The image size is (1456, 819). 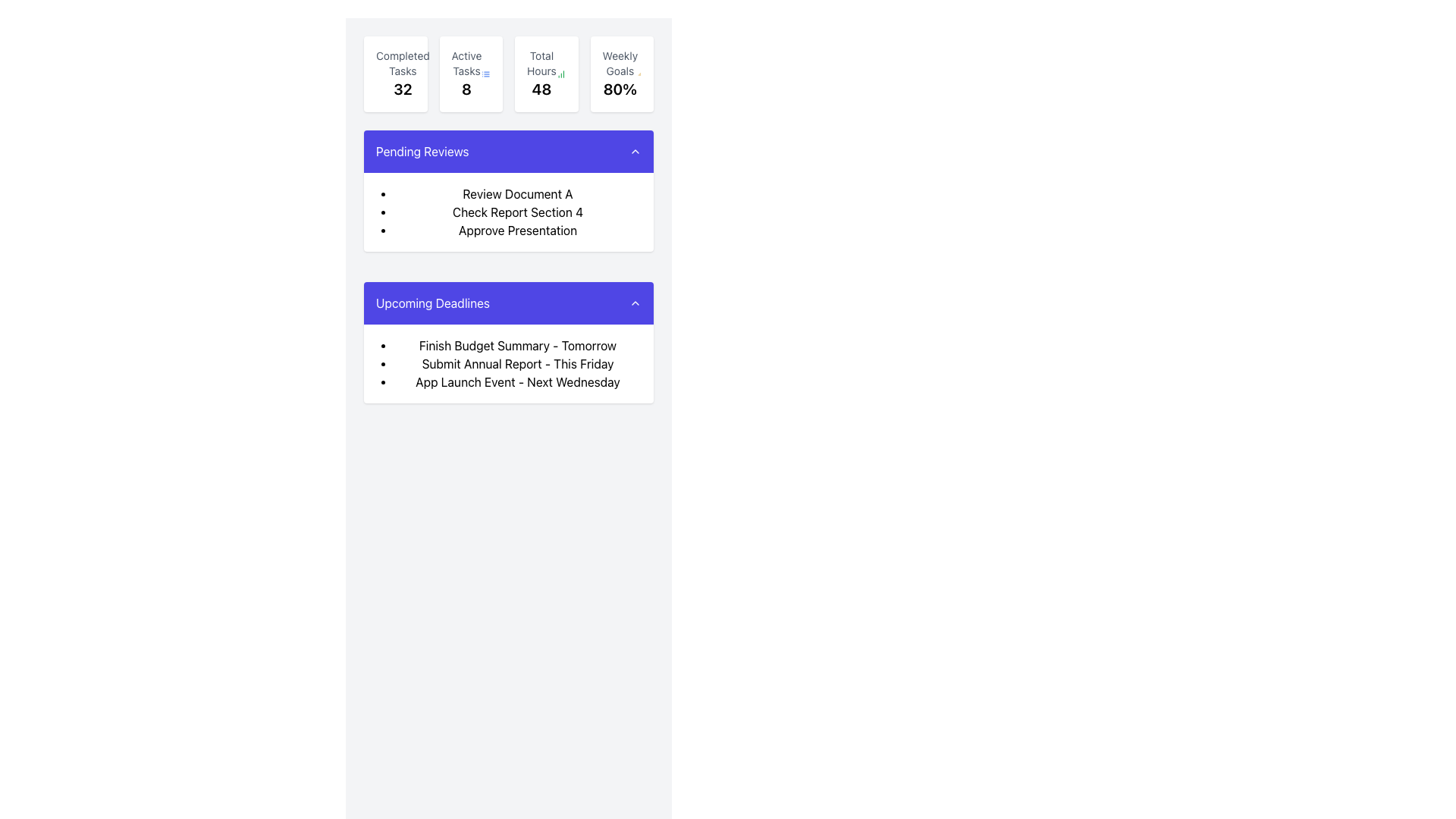 I want to click on the informational card located at the upper right position of the grid layout, so click(x=622, y=74).